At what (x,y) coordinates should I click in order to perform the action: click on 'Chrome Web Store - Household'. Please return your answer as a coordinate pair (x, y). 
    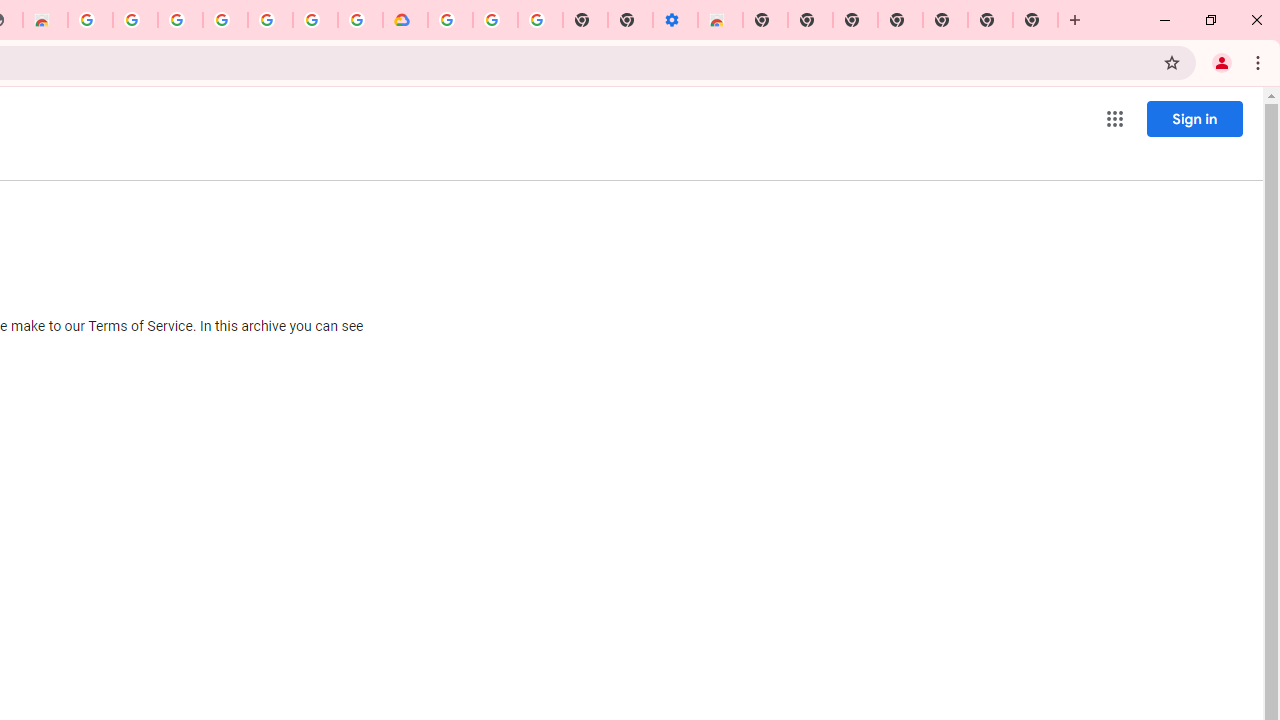
    Looking at the image, I should click on (45, 20).